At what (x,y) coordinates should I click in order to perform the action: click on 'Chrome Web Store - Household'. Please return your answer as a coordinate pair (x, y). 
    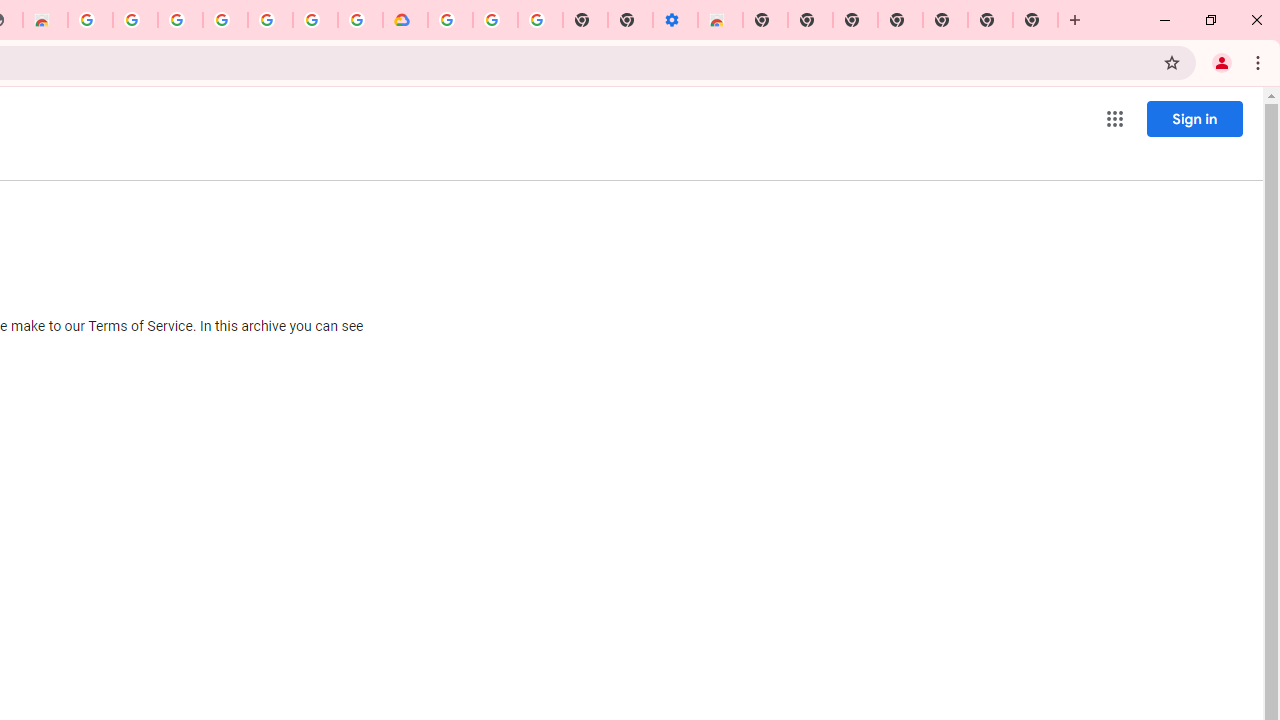
    Looking at the image, I should click on (45, 20).